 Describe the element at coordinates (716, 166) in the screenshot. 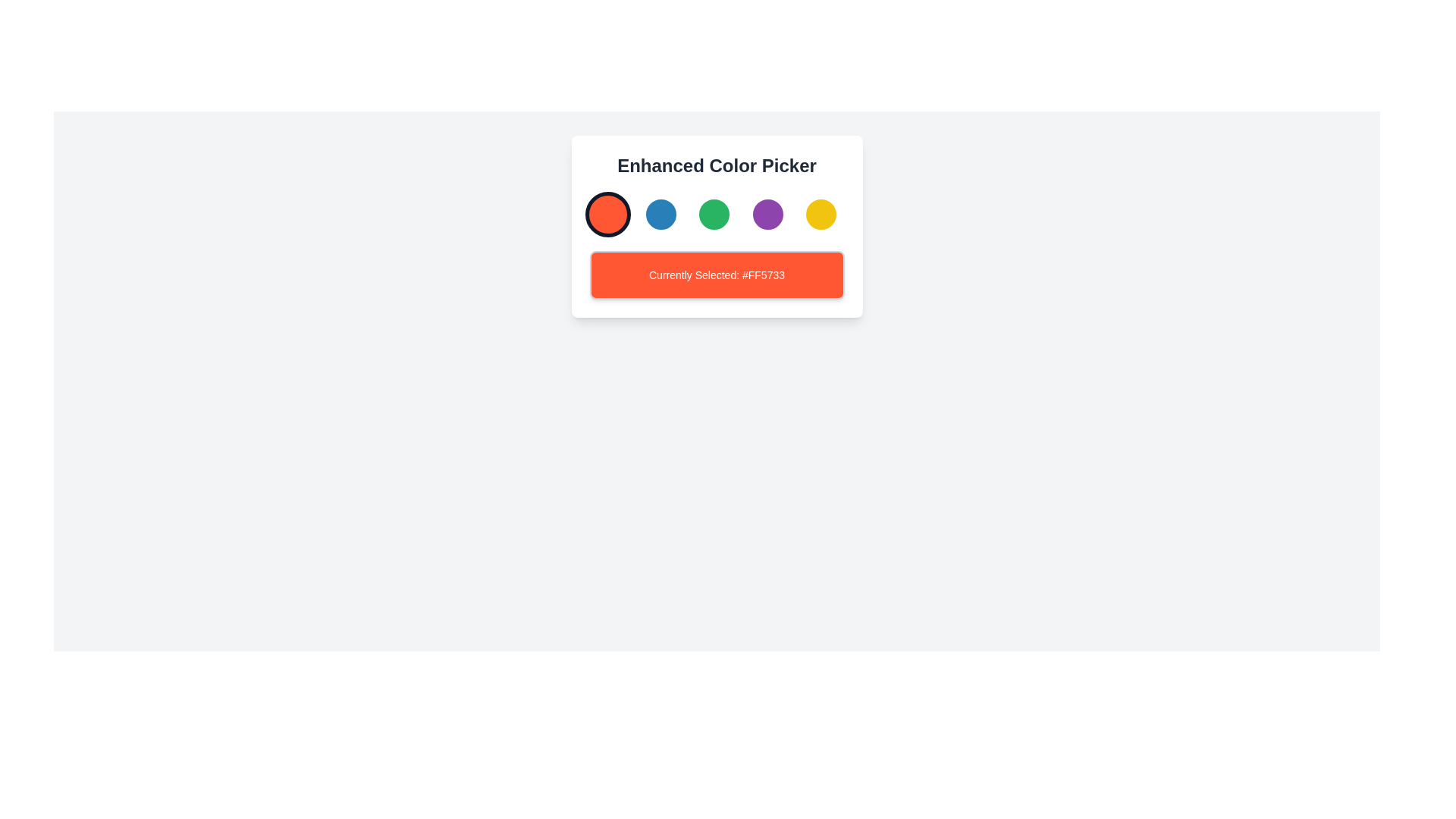

I see `the 'Enhanced Color Picker' label, which is styled in bold, dark gray font at the top of the panel` at that location.